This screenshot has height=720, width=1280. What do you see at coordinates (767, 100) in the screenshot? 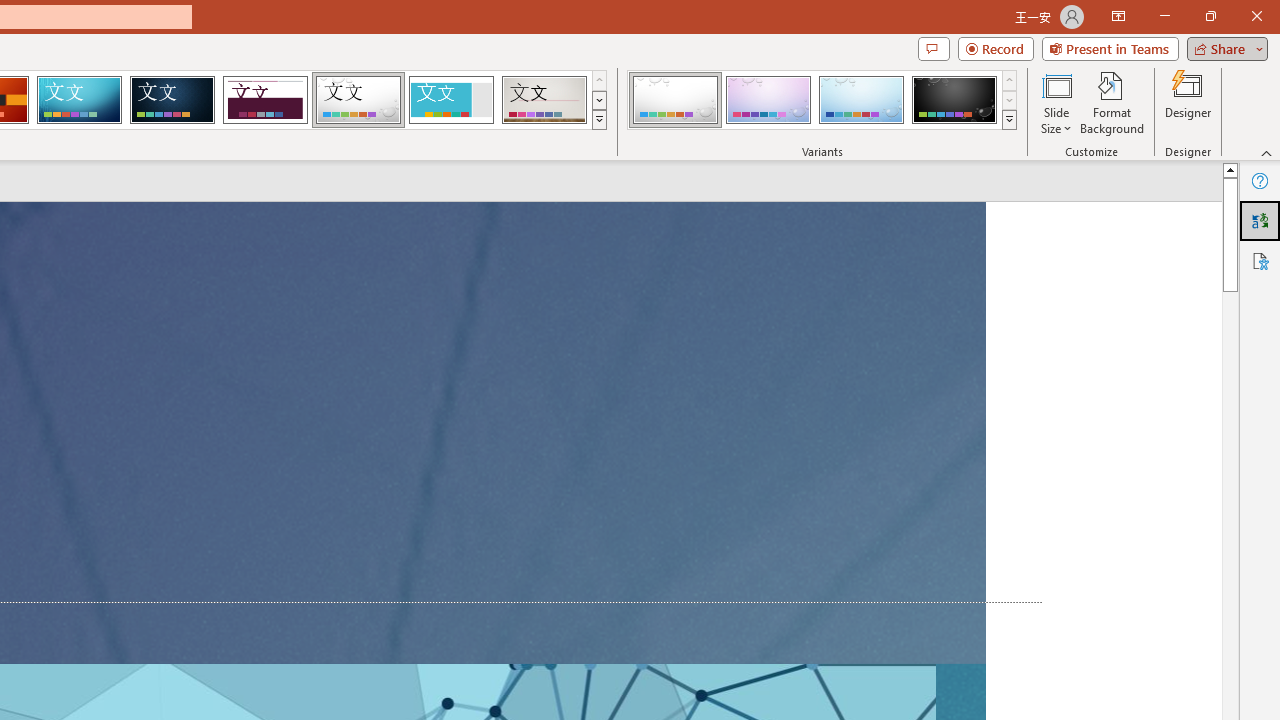
I see `'Droplet Variant 2'` at bounding box center [767, 100].